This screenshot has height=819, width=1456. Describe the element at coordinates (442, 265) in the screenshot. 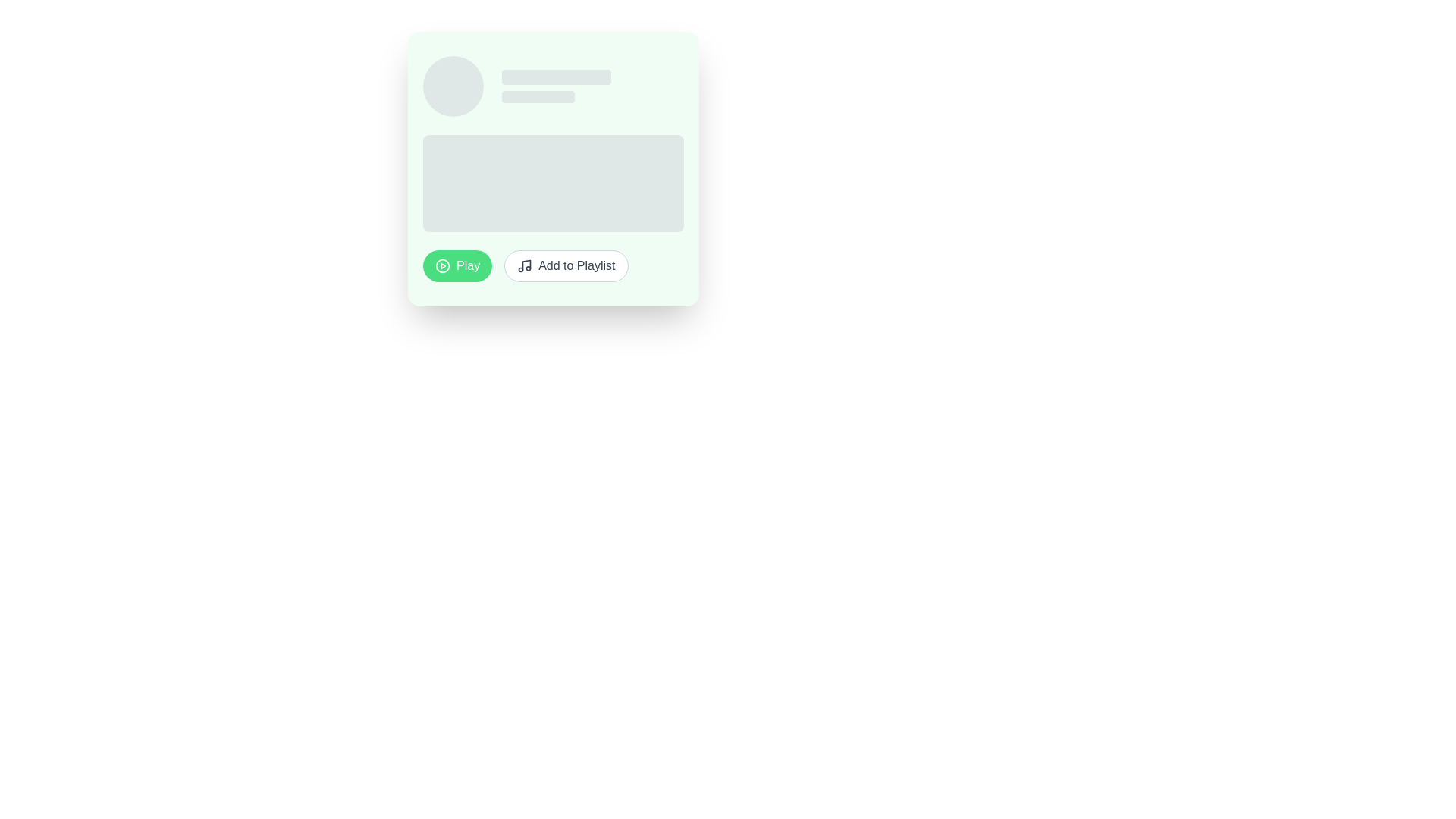

I see `the visual style of the circular border within the green 'Play' button, which is positioned centrally and below the main card content` at that location.